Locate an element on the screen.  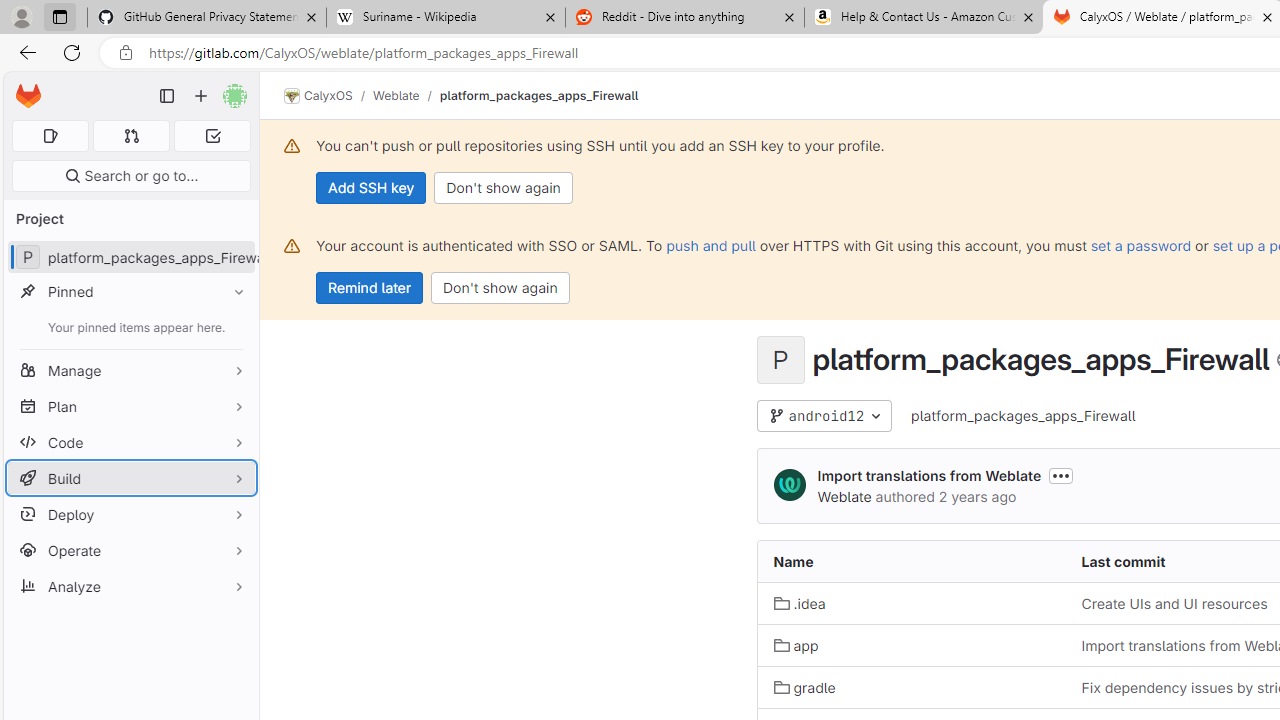
'Create UIs and UI resources' is located at coordinates (1175, 602).